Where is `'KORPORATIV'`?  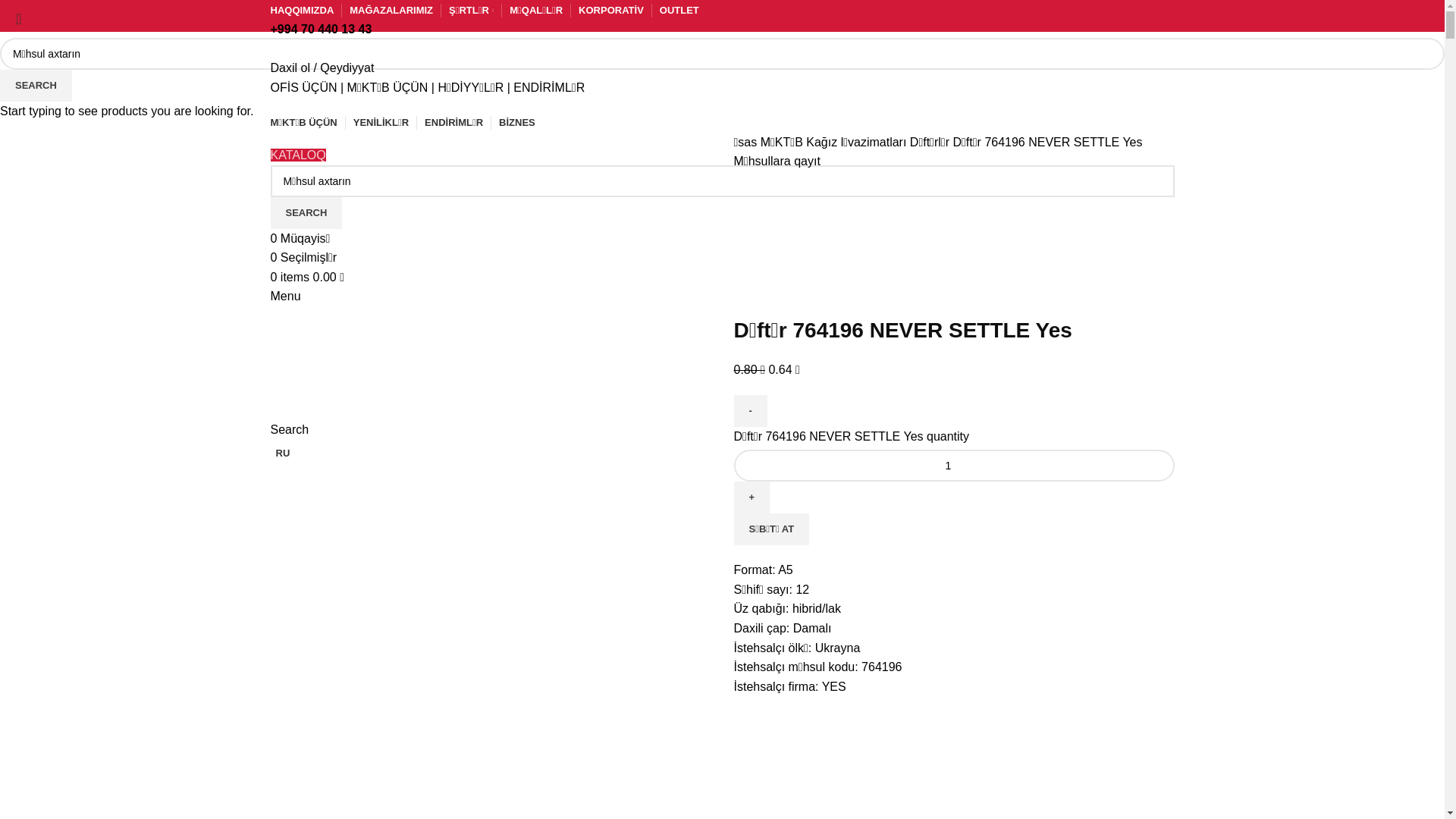 'KORPORATIV' is located at coordinates (578, 11).